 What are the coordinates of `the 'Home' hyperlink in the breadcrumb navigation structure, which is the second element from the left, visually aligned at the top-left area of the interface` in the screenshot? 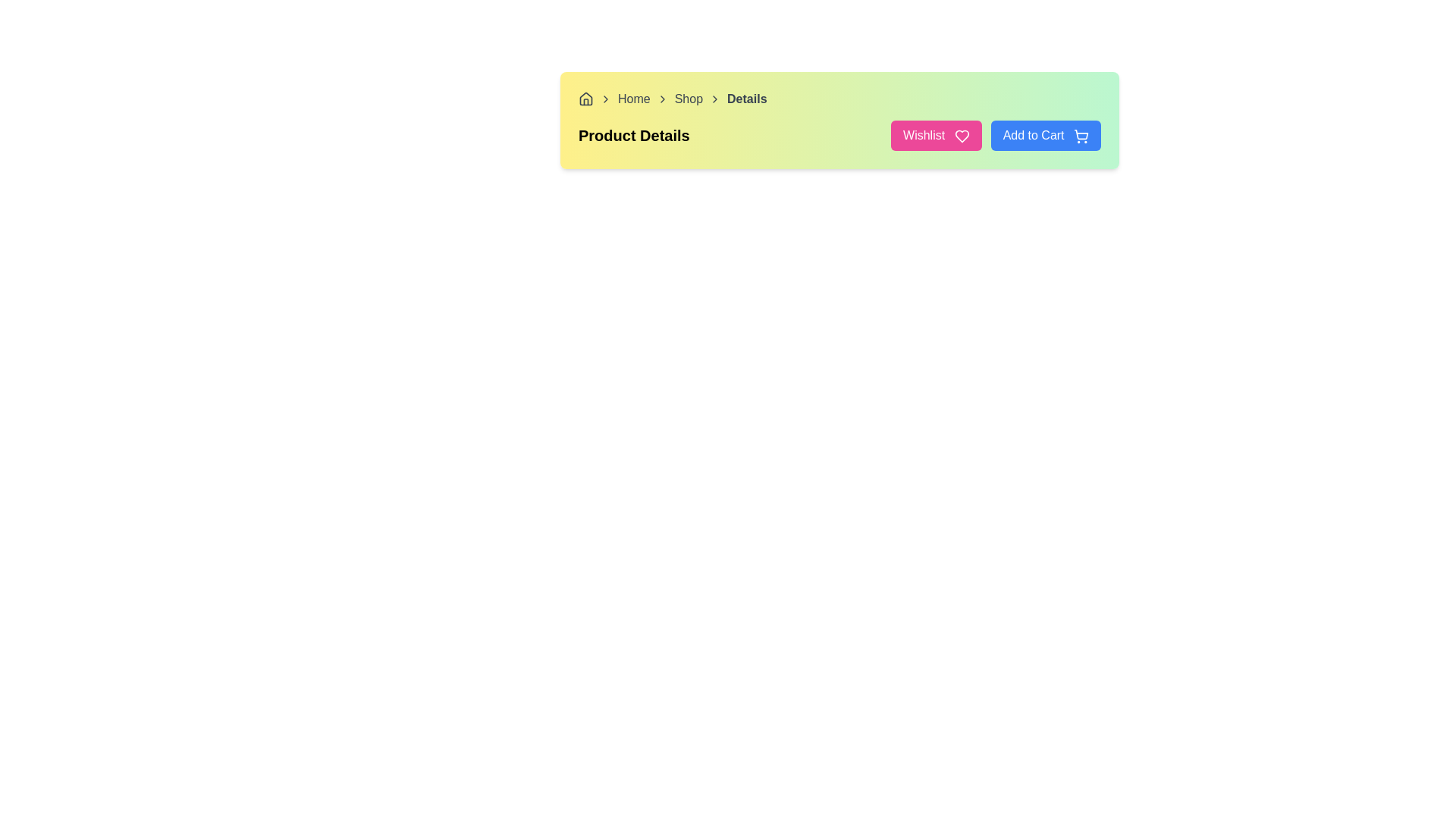 It's located at (634, 99).